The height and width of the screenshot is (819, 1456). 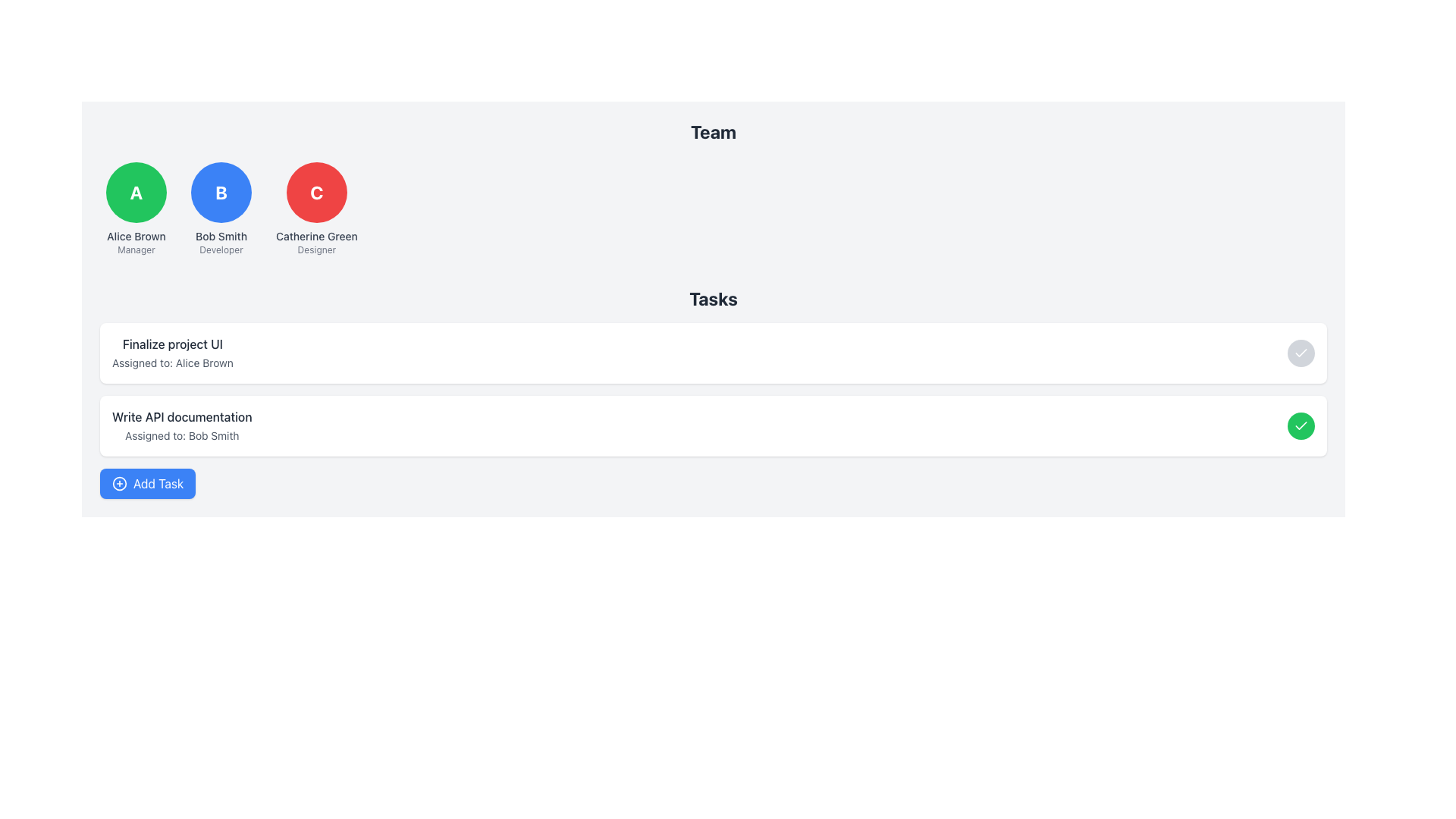 What do you see at coordinates (1301, 426) in the screenshot?
I see `the small circular green button with a white checkmark icon located to the far right of the task item labeled 'Write API documentation' to confirm or complete the task` at bounding box center [1301, 426].